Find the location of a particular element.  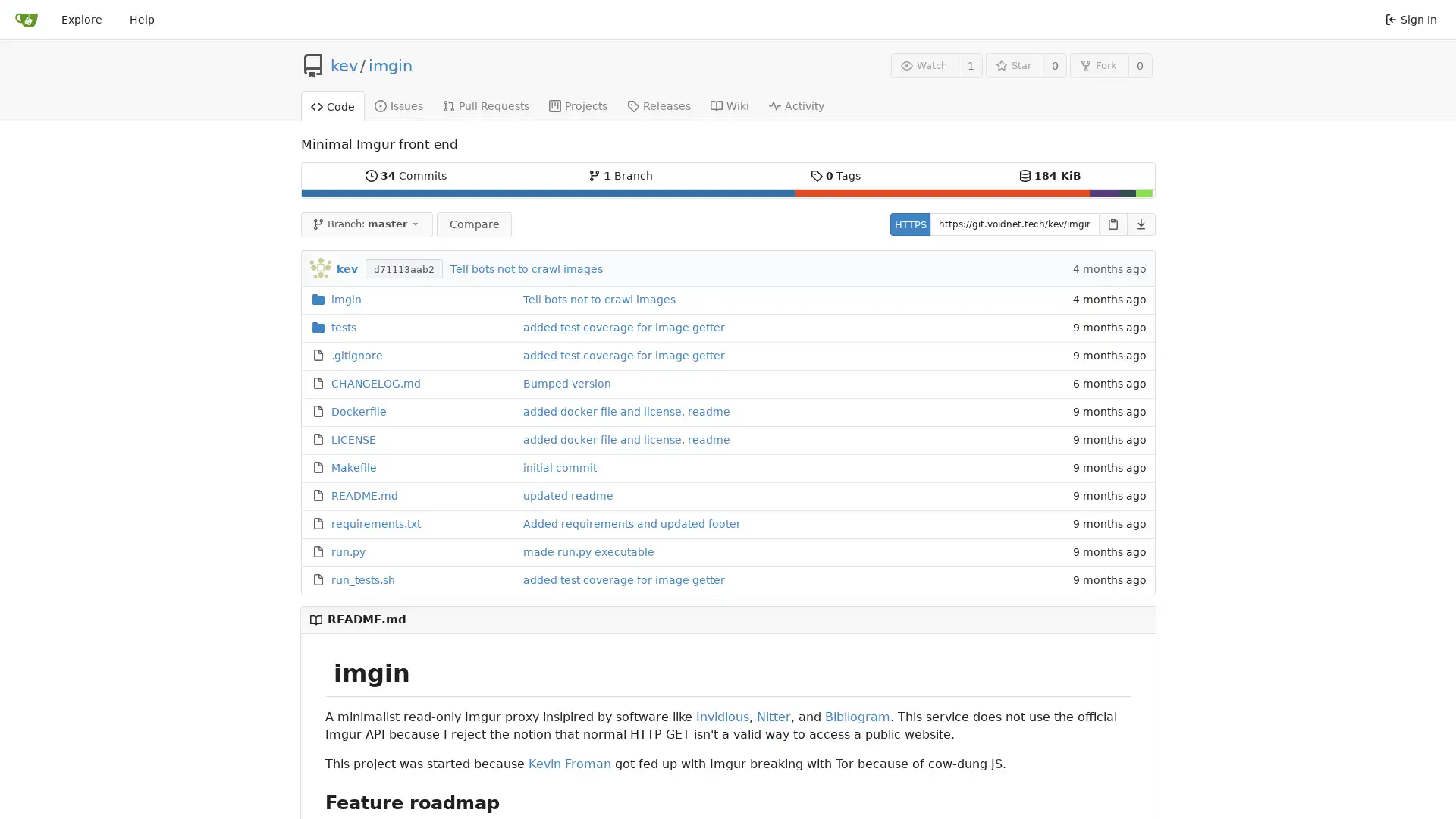

HTTPS is located at coordinates (909, 224).